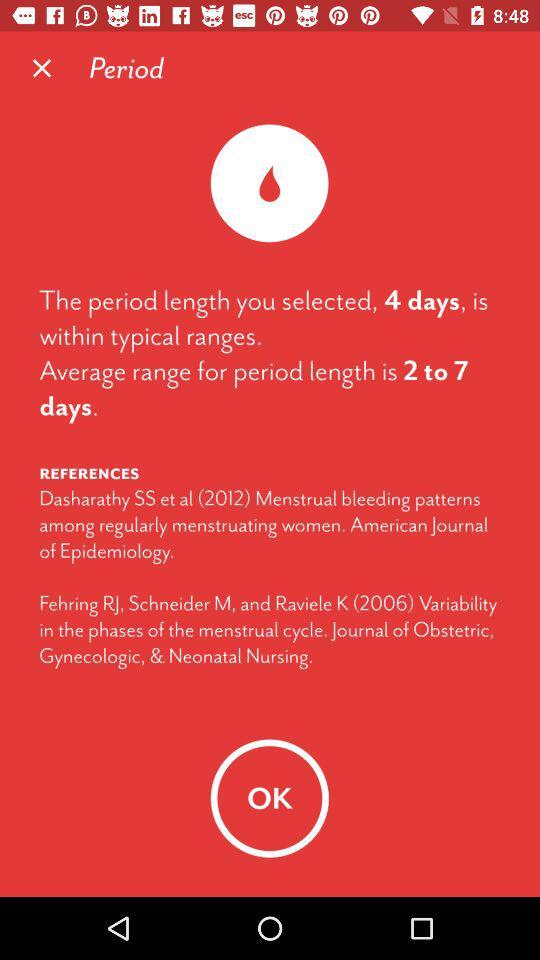 The height and width of the screenshot is (960, 540). What do you see at coordinates (42, 68) in the screenshot?
I see `the close icon` at bounding box center [42, 68].